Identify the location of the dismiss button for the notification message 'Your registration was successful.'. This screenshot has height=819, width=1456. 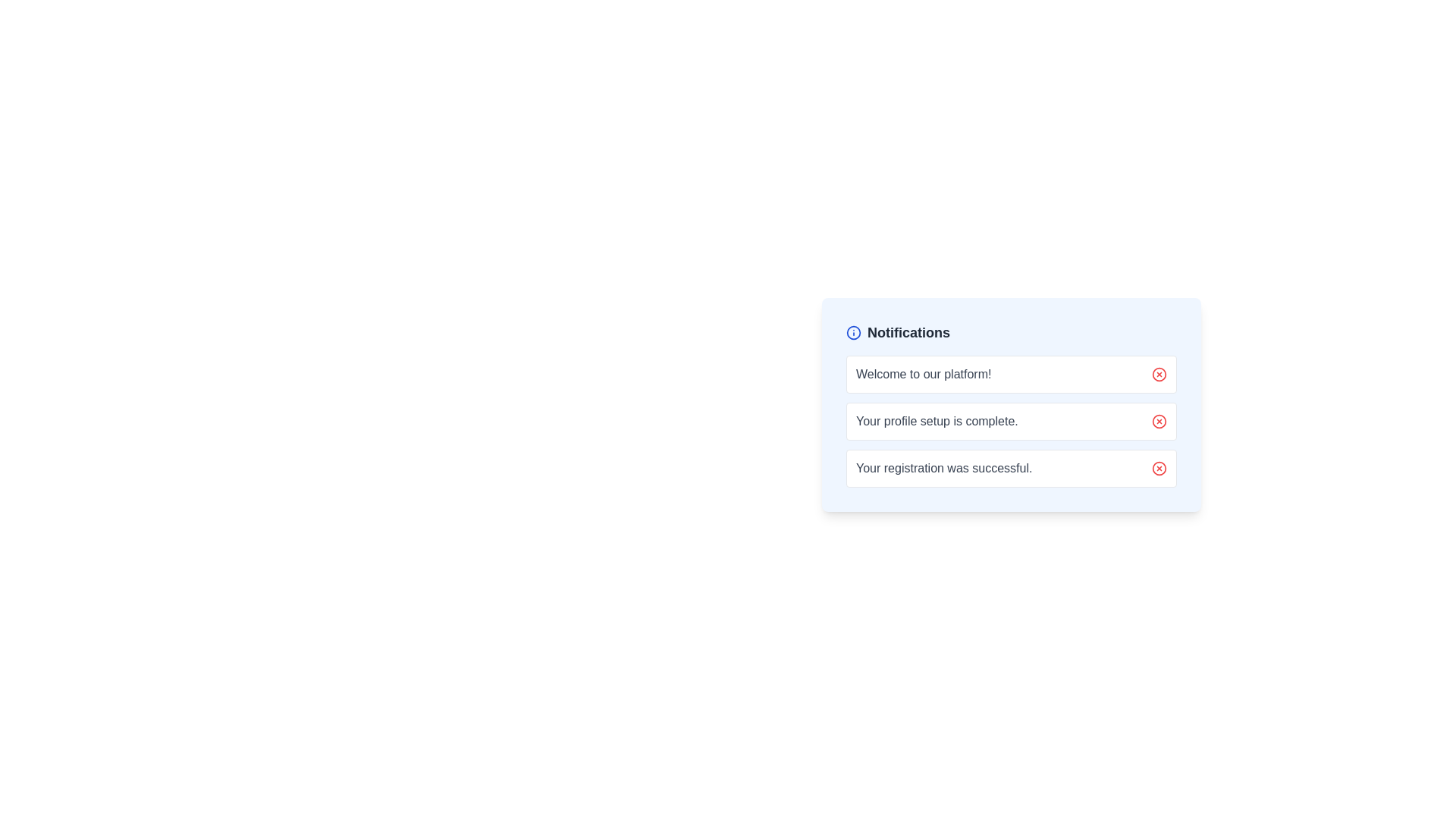
(1159, 467).